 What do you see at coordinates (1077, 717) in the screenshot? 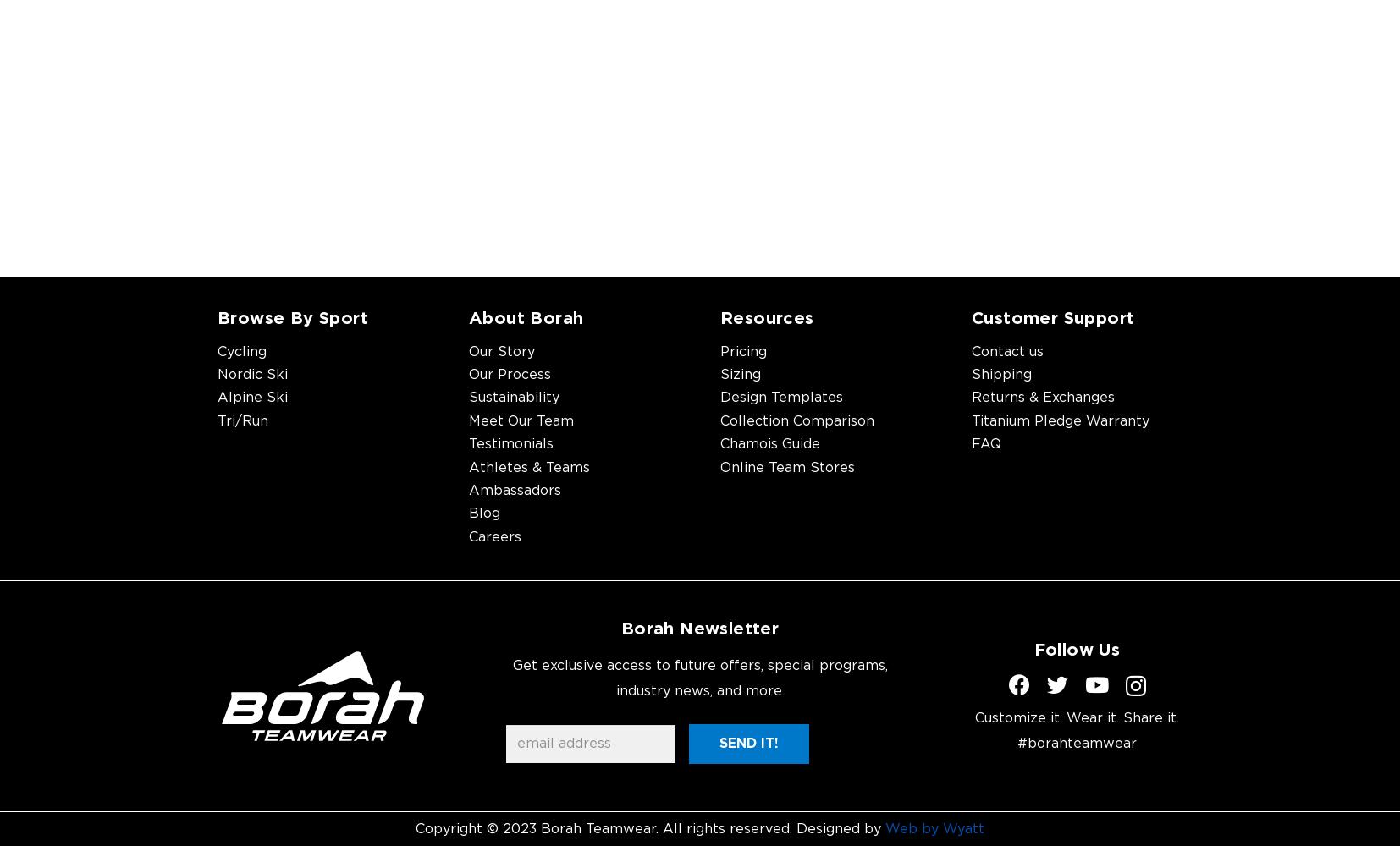
I see `'Customize it. Wear it. Share it.'` at bounding box center [1077, 717].